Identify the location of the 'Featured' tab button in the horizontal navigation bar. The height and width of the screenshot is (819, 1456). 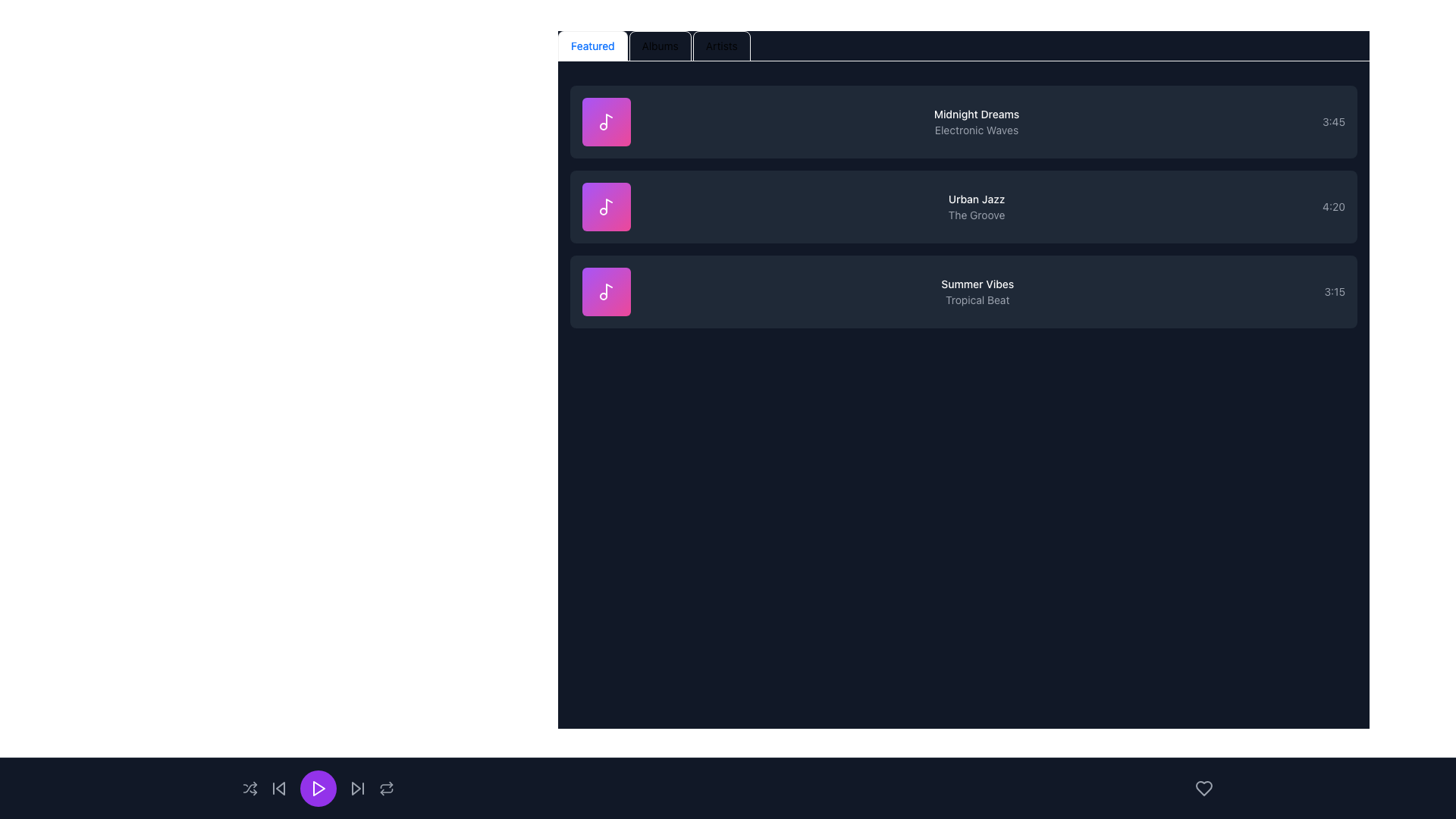
(591, 45).